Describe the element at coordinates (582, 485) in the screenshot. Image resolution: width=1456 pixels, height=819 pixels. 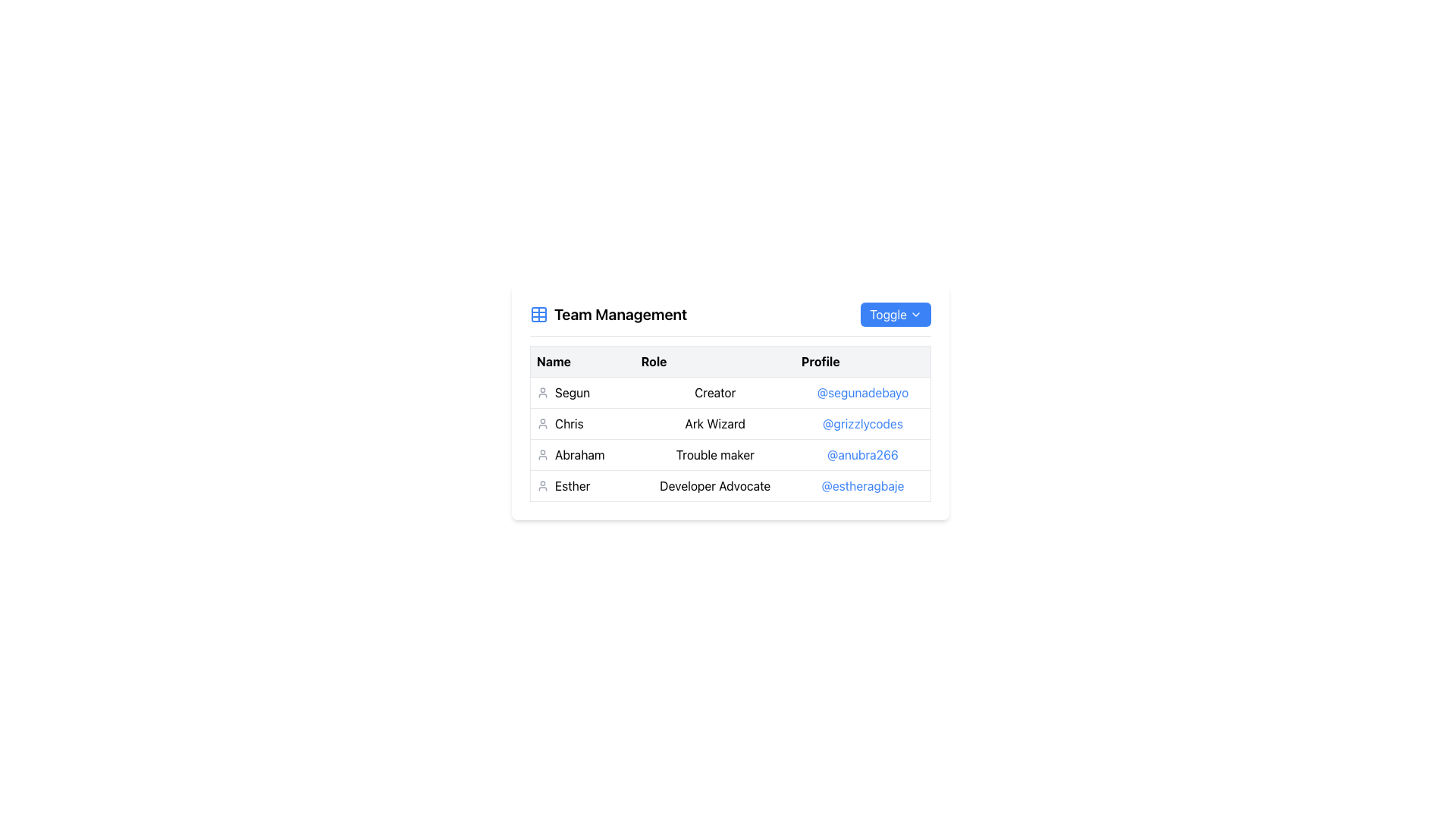
I see `the text label displaying 'Esther' with a user icon, located in the fourth row under the 'Name' column, adjacent to the 'Developer Advocate' role and '@estheragbaje' profile link` at that location.